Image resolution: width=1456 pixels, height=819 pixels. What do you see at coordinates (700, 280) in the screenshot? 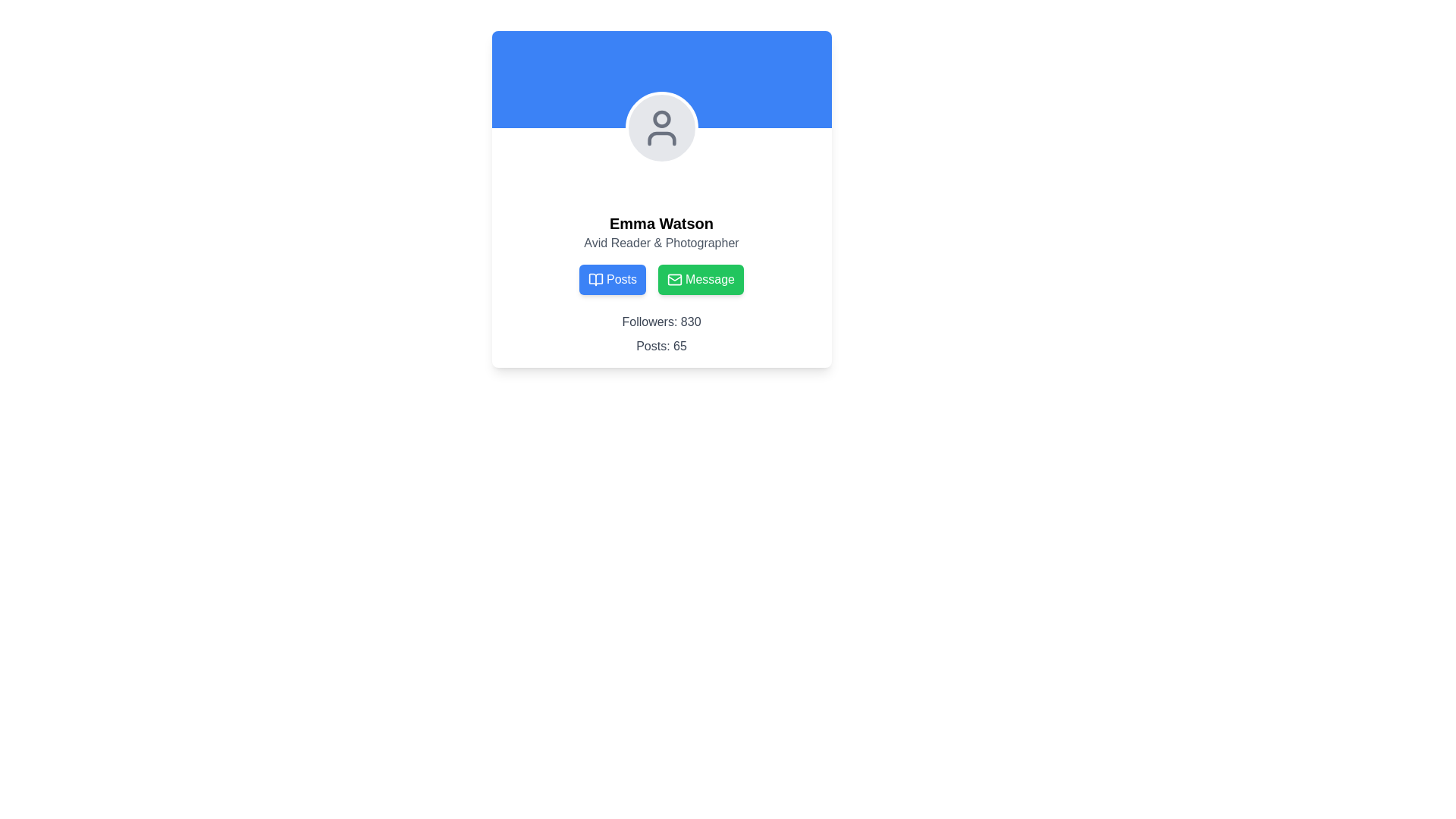
I see `the green rectangular button labeled 'Message' with an envelope icon, located to the right of the 'Posts' button in the profile card structure to initiate messaging` at bounding box center [700, 280].